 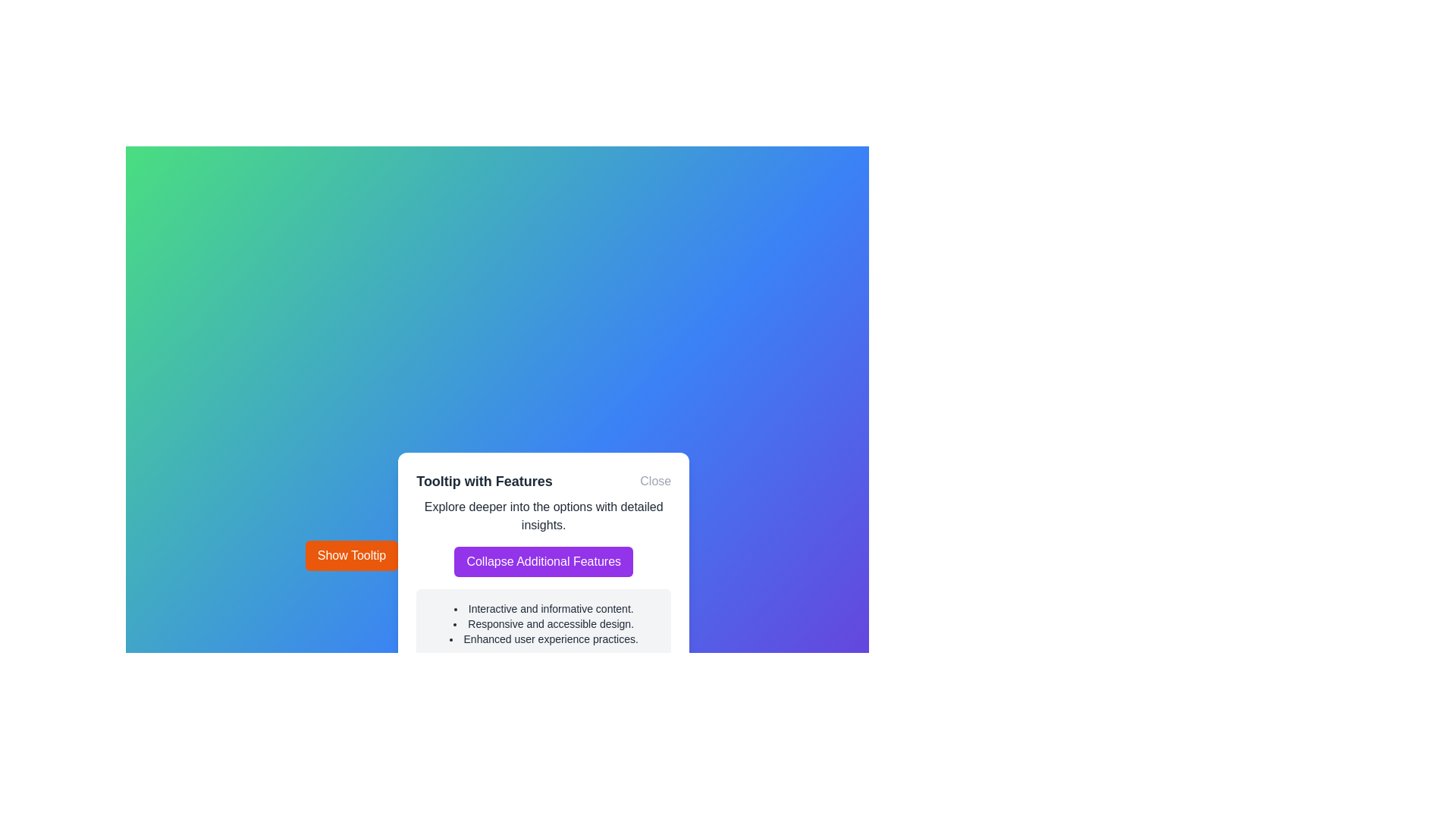 I want to click on the second bullet point in the tooltip box that reads 'Responsive and accessible design.', so click(x=544, y=623).